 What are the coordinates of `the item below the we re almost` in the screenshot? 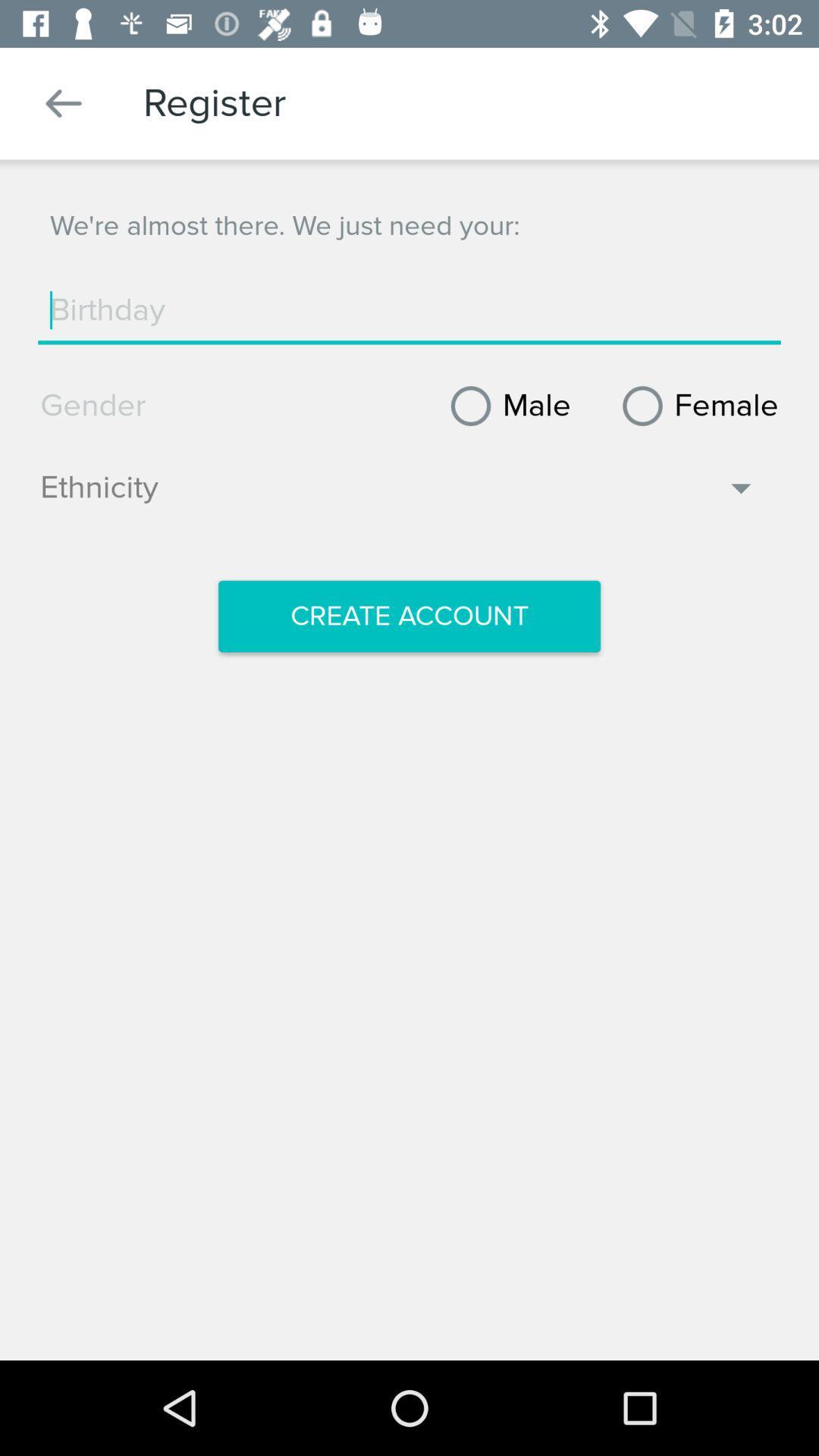 It's located at (409, 309).